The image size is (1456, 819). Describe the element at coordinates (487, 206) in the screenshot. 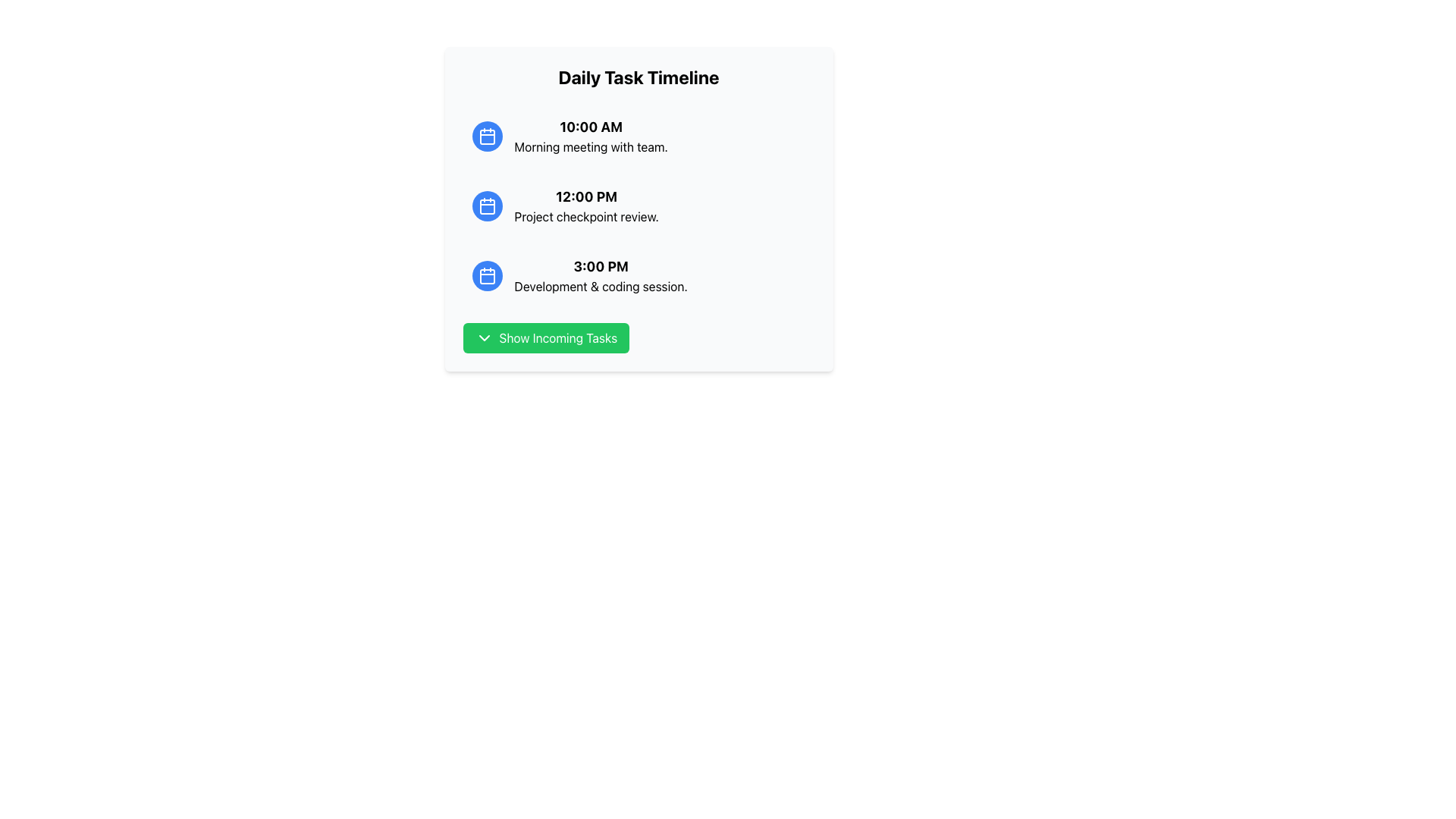

I see `the calendar icon with a blue circle background and white calendar strokes, which is the second icon in a vertical sequence of three, located to the left of the text '12:00 PM Project checkpoint review'` at that location.